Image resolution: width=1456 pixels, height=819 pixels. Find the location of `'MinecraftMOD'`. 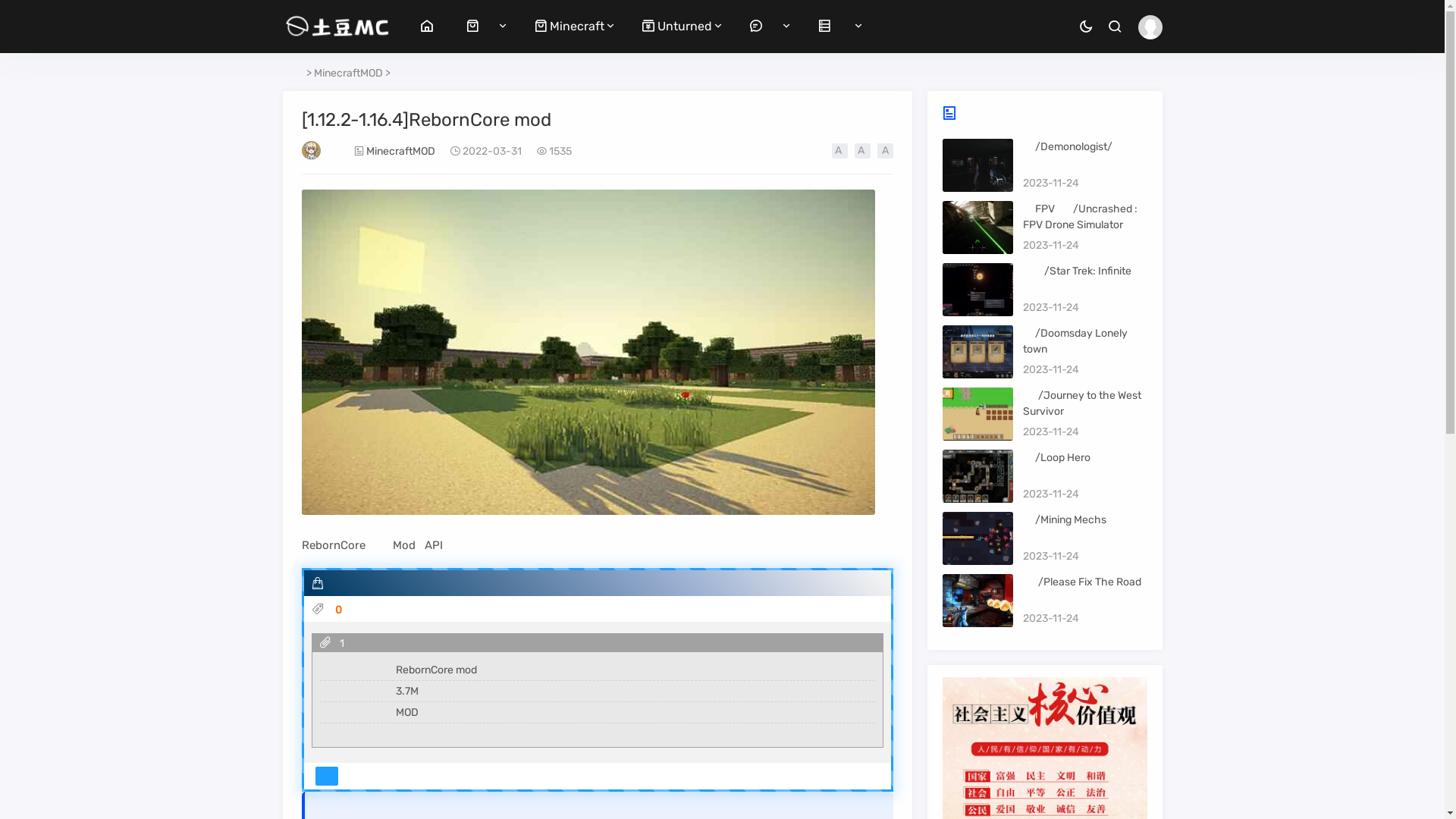

'MinecraftMOD' is located at coordinates (400, 151).